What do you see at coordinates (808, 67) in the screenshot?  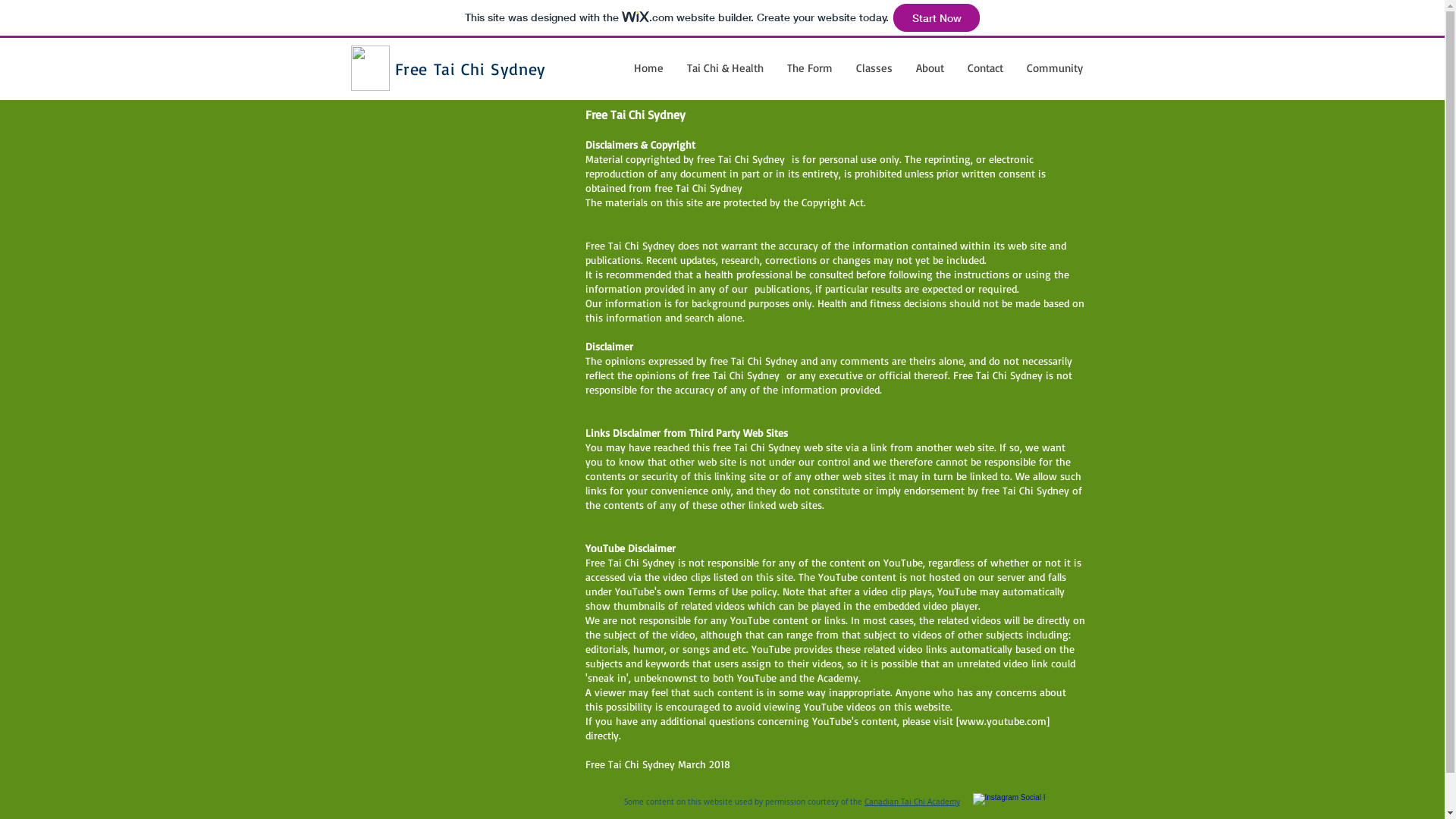 I see `'The Form'` at bounding box center [808, 67].